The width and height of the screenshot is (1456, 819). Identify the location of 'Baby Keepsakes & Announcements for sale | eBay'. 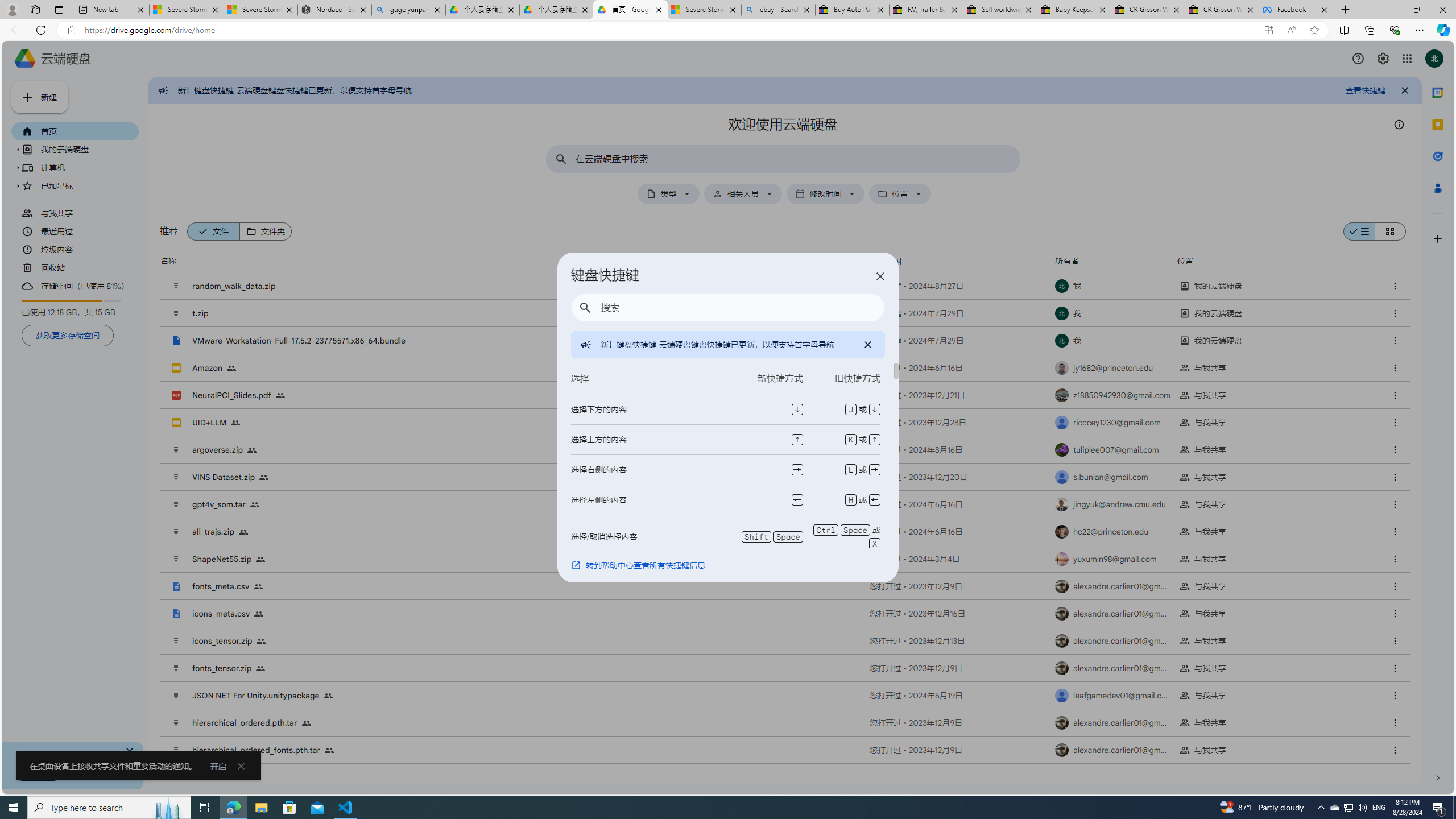
(1073, 9).